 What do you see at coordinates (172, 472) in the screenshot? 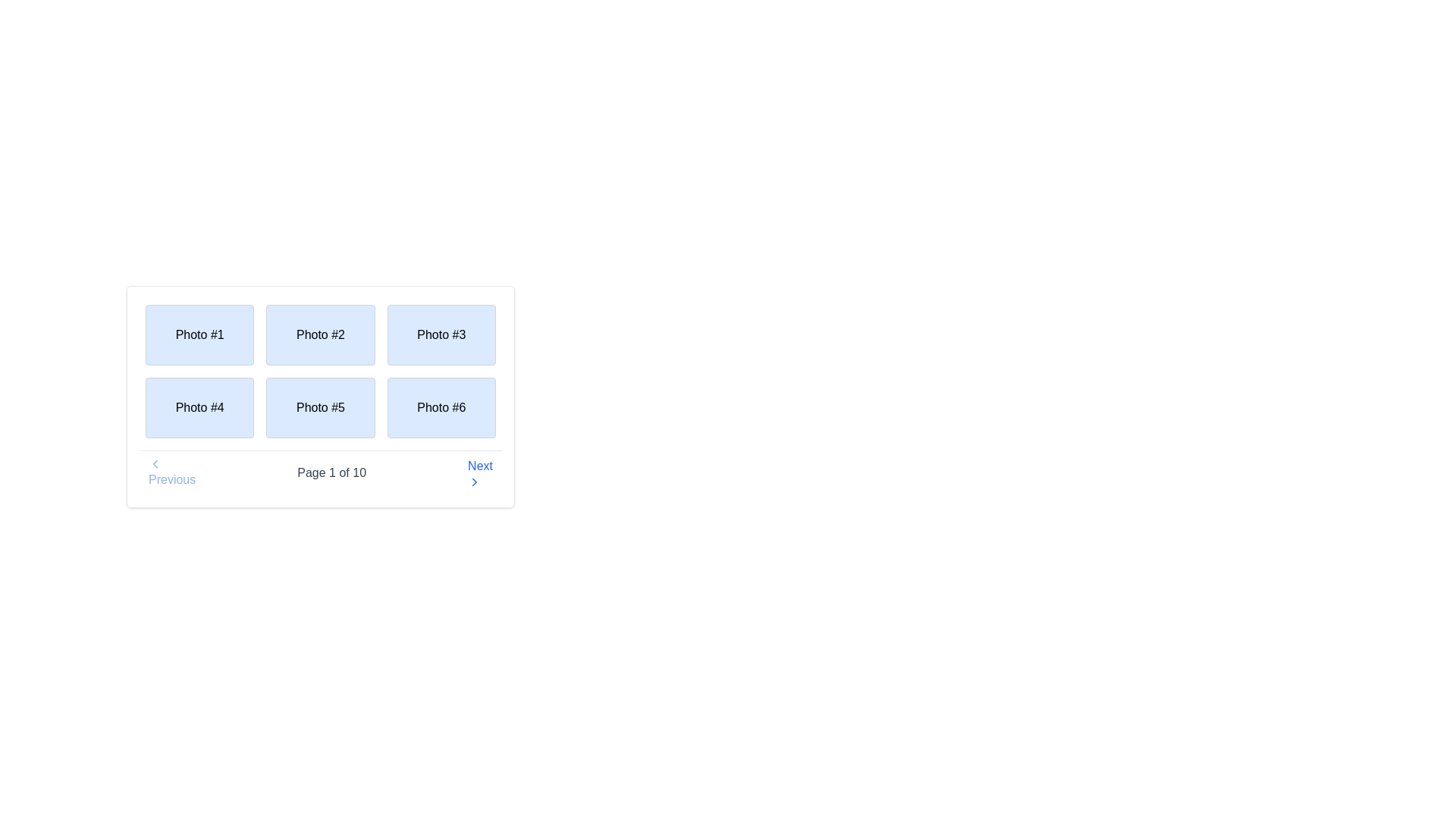
I see `the 'Previous' button in the pagination component, which is the first item in the navigation bar, located to the left of 'Page 1 of 10'` at bounding box center [172, 472].